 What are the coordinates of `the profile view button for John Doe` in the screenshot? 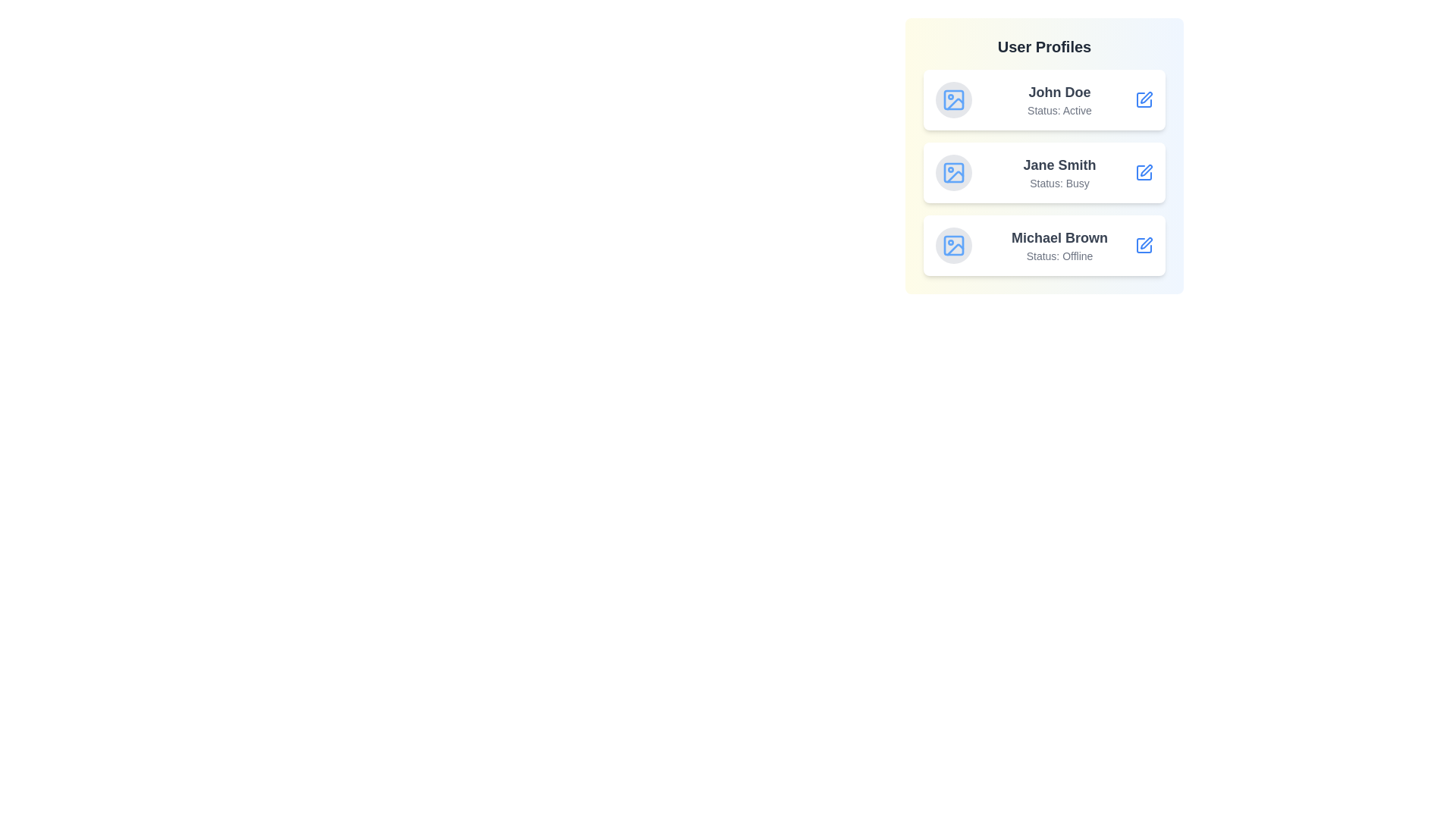 It's located at (1144, 99).